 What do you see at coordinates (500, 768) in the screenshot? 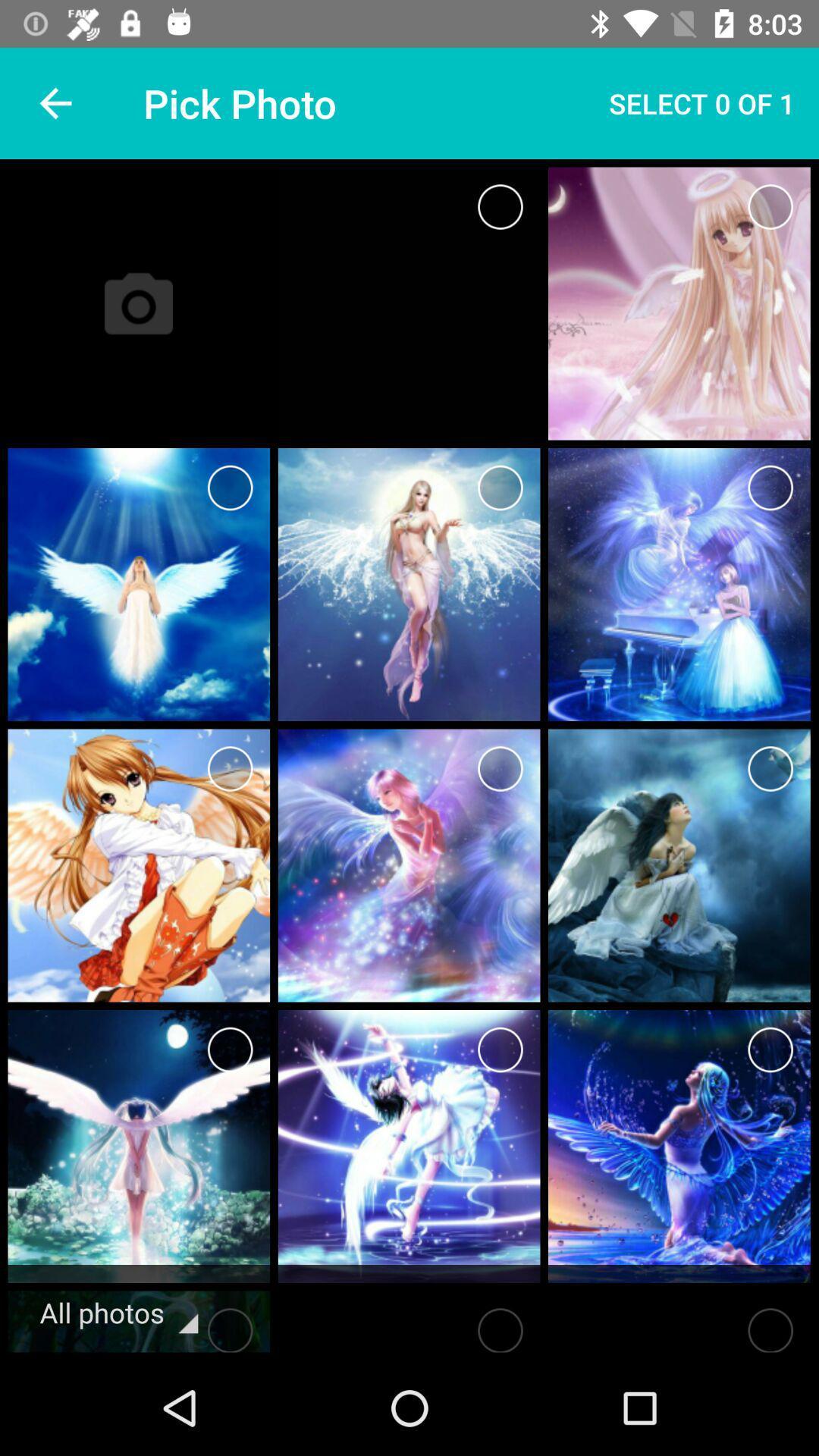
I see `a photo option` at bounding box center [500, 768].